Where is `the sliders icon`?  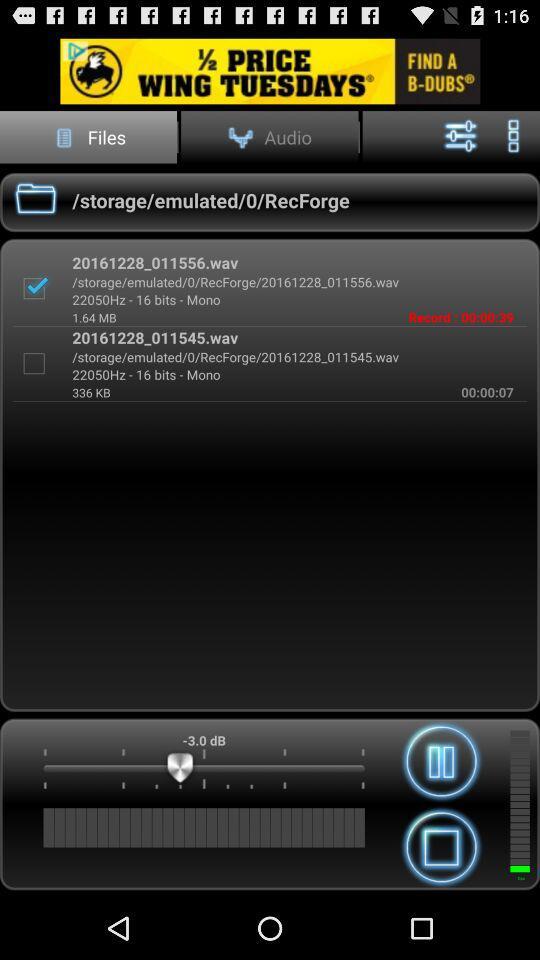
the sliders icon is located at coordinates (461, 144).